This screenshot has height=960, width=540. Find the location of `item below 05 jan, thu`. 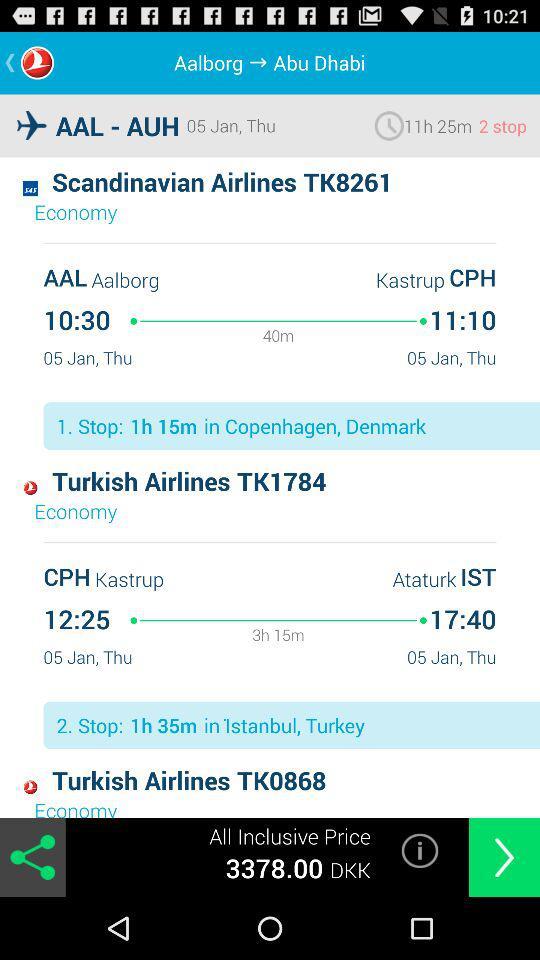

item below 05 jan, thu is located at coordinates (419, 849).